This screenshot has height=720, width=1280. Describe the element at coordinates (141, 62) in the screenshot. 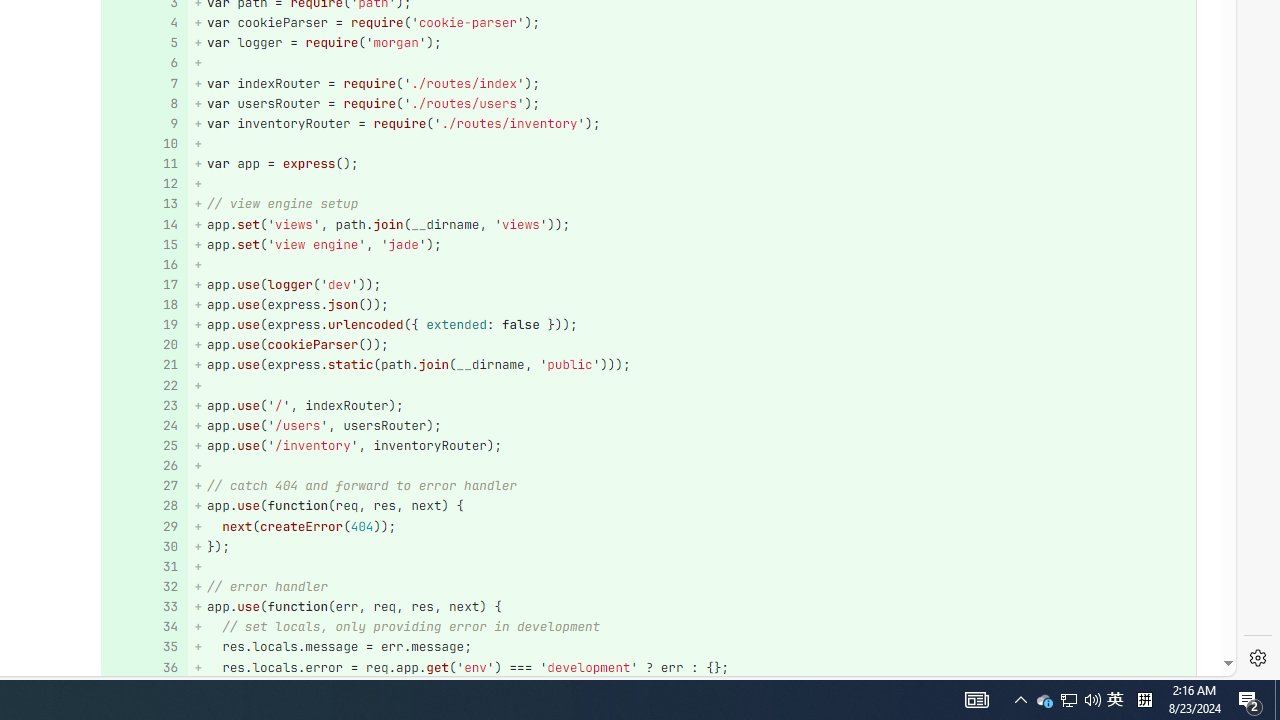

I see `'6'` at that location.